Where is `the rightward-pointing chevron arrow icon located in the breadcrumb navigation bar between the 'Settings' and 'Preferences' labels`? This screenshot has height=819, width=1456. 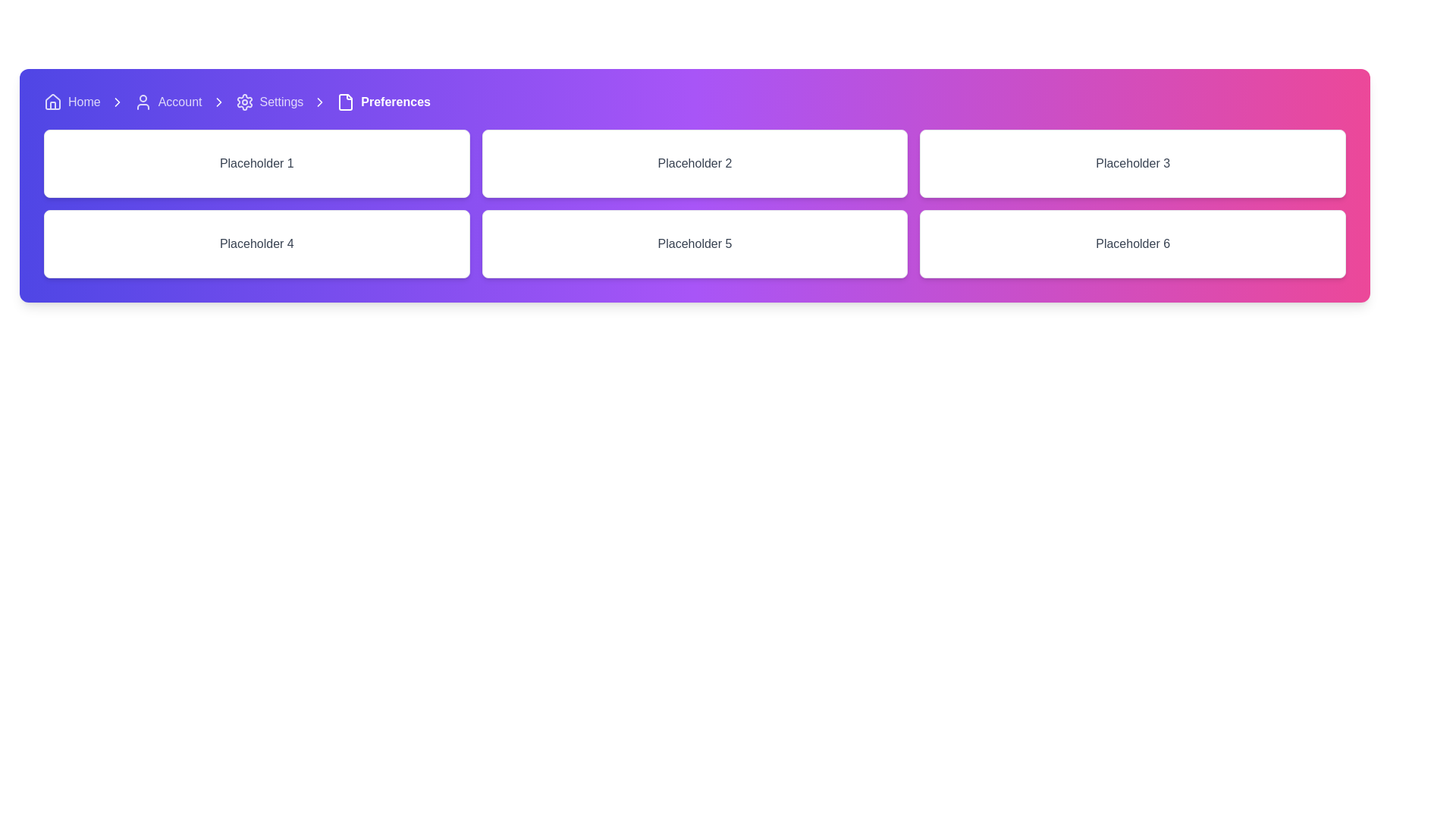
the rightward-pointing chevron arrow icon located in the breadcrumb navigation bar between the 'Settings' and 'Preferences' labels is located at coordinates (116, 102).